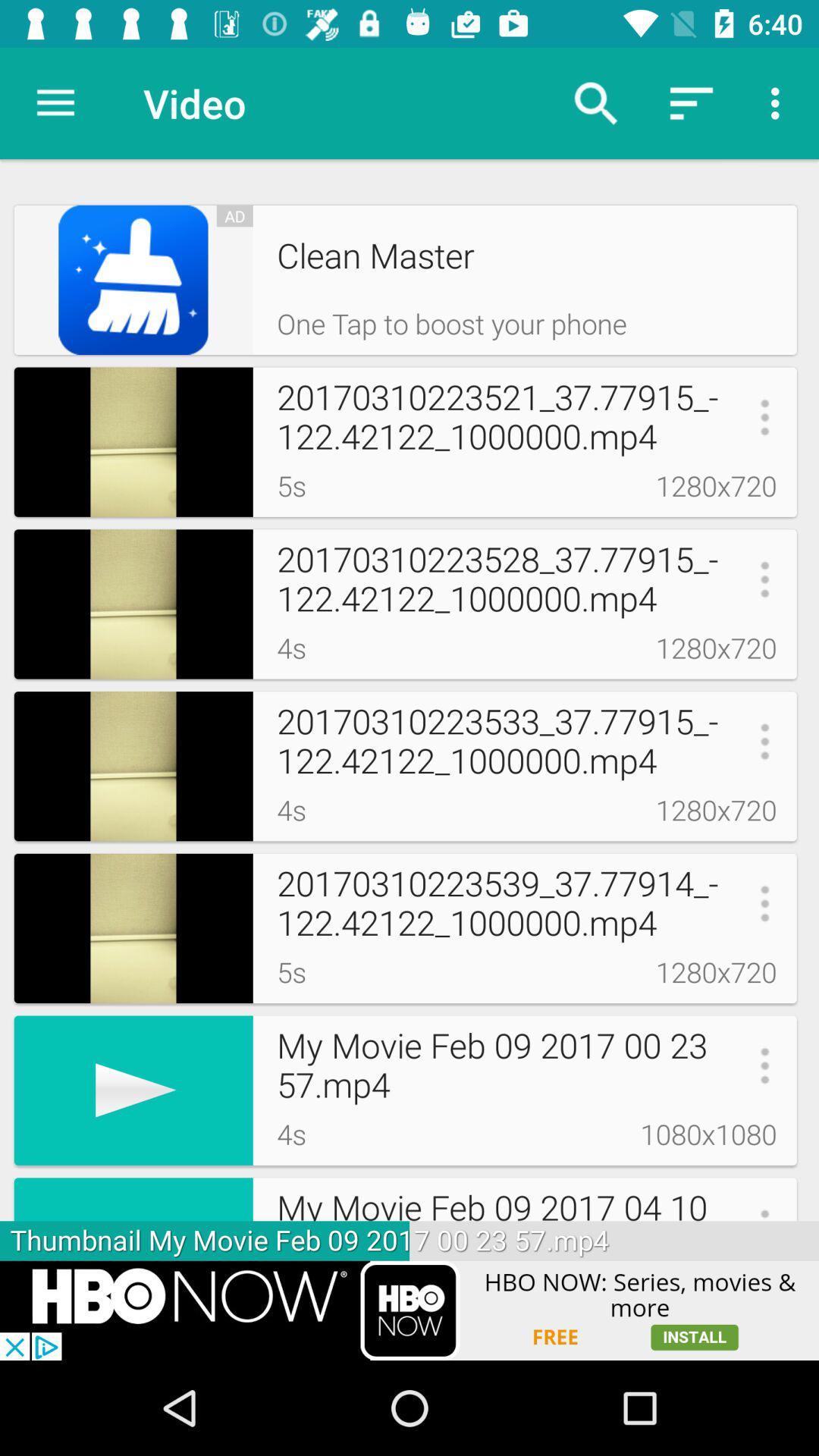 The height and width of the screenshot is (1456, 819). I want to click on the more options buttons, so click(779, 103).